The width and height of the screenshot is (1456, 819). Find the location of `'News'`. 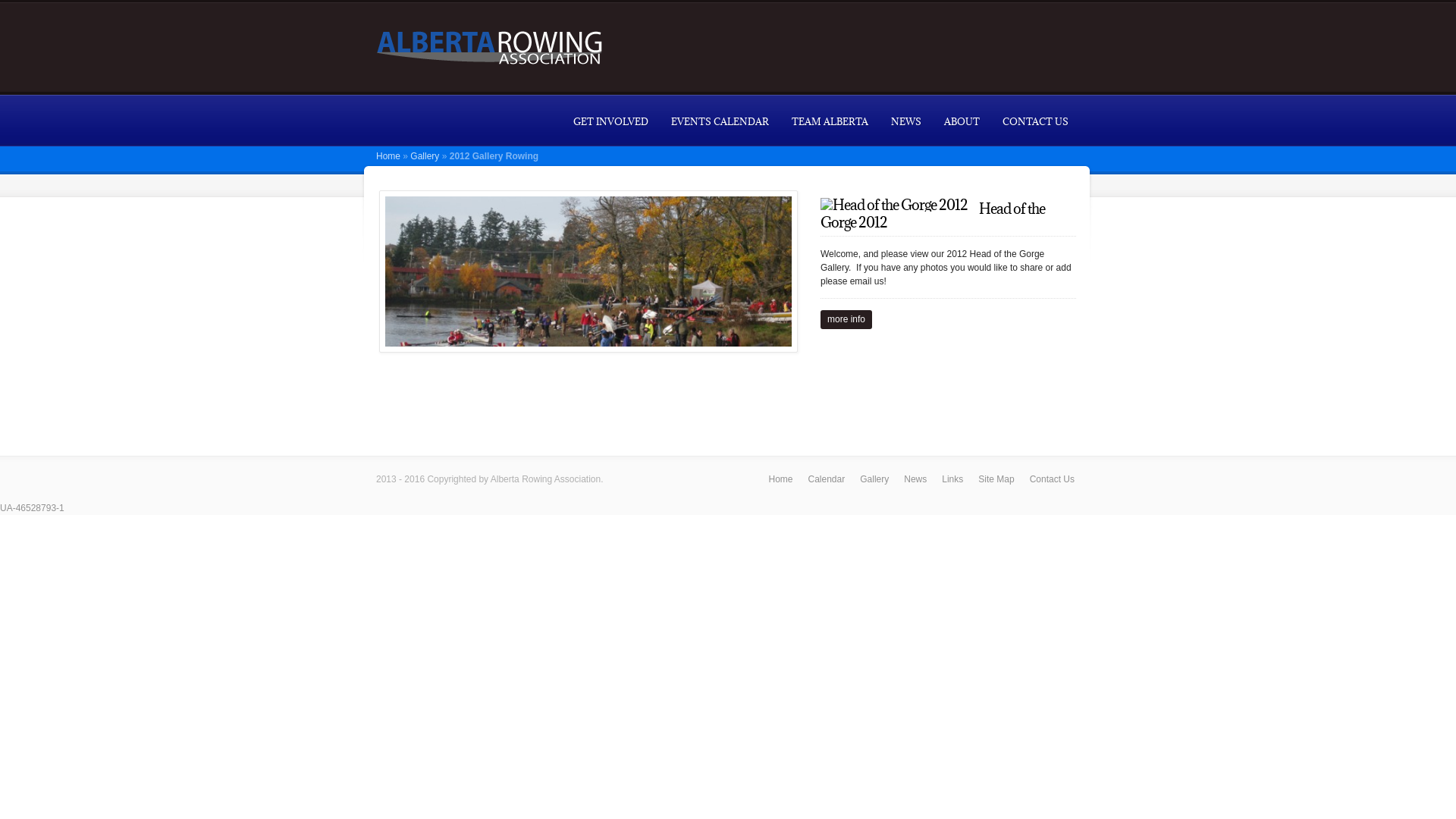

'News' is located at coordinates (914, 479).